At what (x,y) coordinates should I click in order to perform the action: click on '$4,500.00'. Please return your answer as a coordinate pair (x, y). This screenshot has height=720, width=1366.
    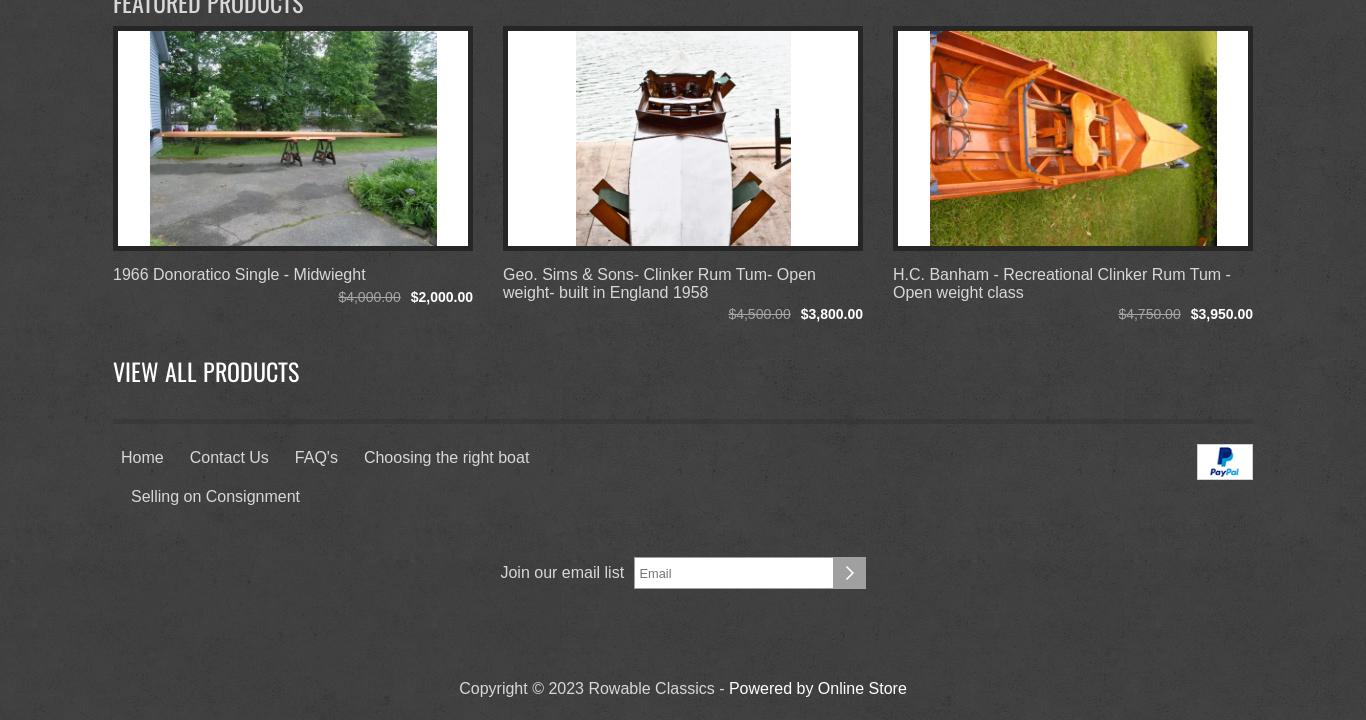
    Looking at the image, I should click on (727, 313).